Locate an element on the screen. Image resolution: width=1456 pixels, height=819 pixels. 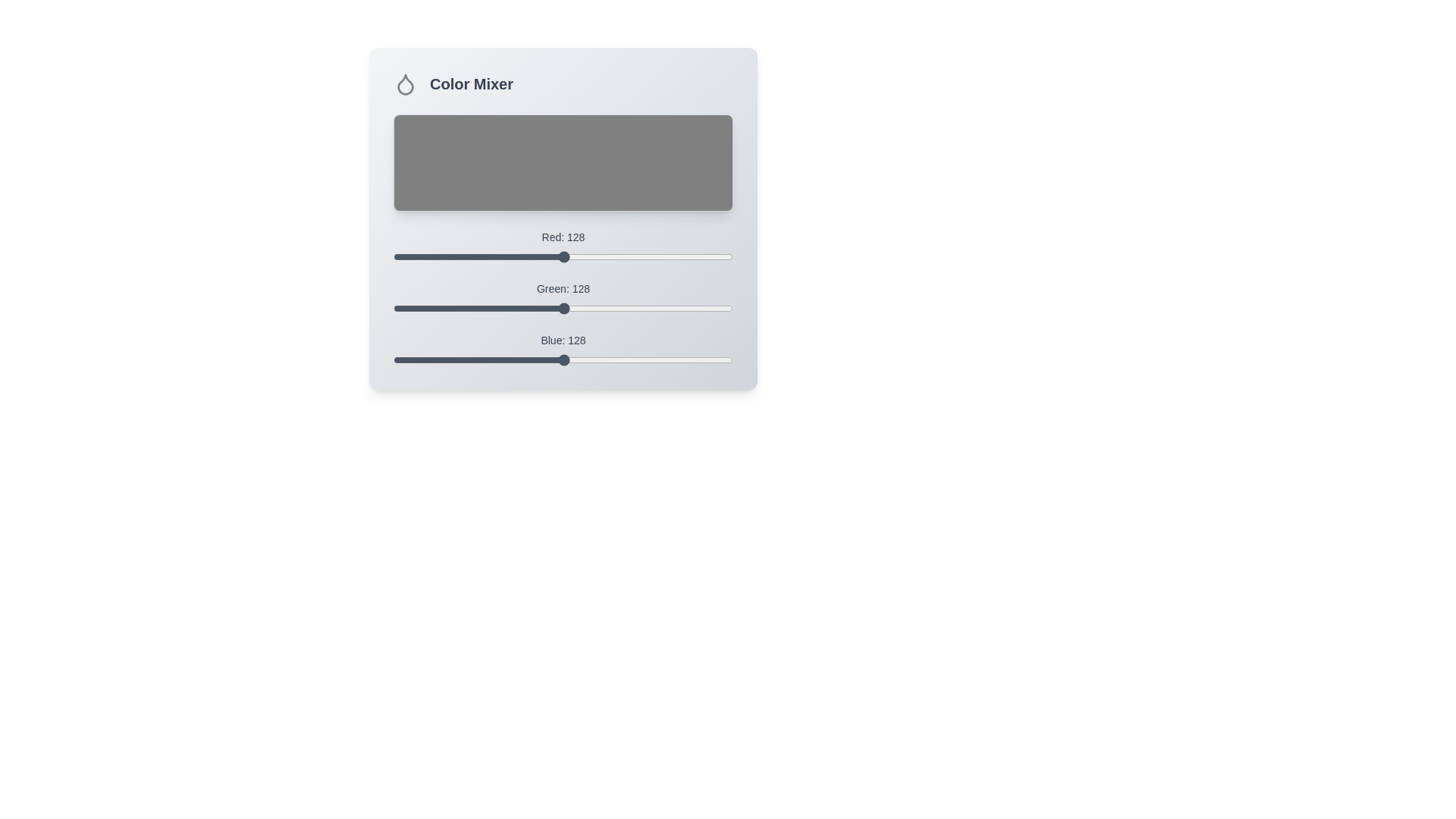
the blue slider to set the blue color component to 78 is located at coordinates (497, 359).